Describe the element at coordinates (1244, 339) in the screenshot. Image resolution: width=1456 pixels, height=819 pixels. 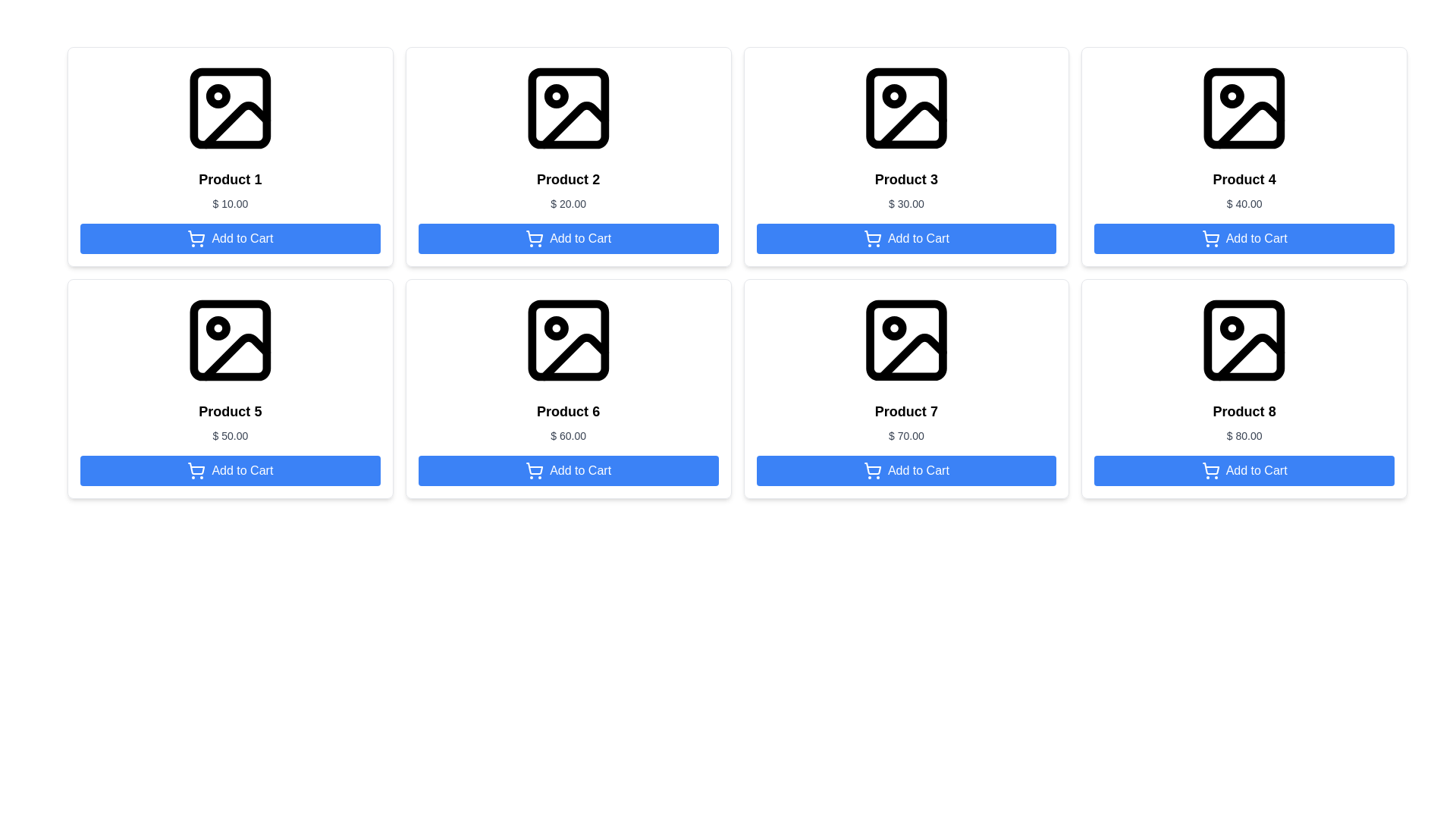
I see `the small rectangular SVG element with rounded corners and a black stroke located within the image placeholder of the 'Product 8' card` at that location.